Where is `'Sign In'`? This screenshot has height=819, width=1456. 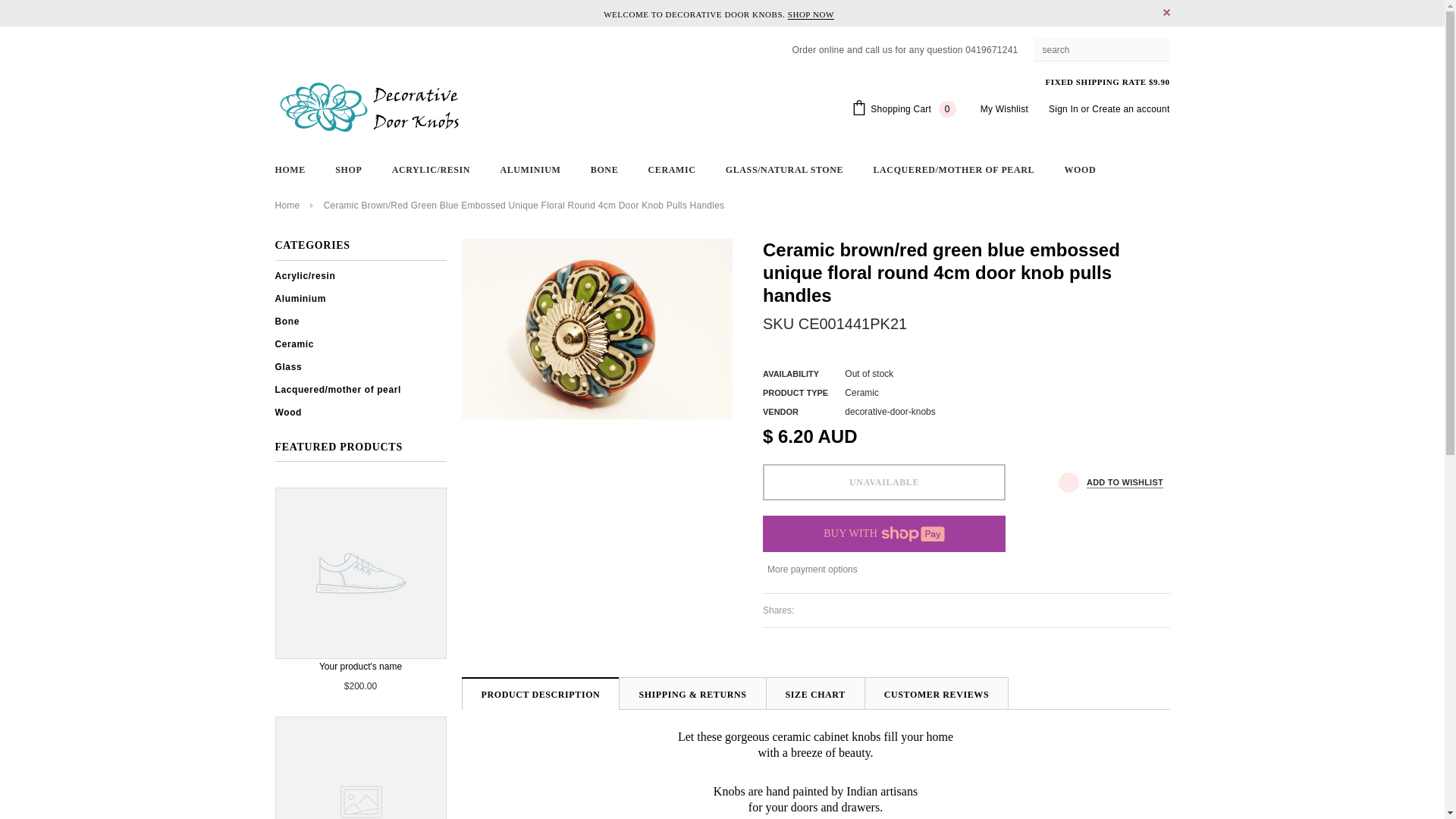
'Sign In' is located at coordinates (1062, 108).